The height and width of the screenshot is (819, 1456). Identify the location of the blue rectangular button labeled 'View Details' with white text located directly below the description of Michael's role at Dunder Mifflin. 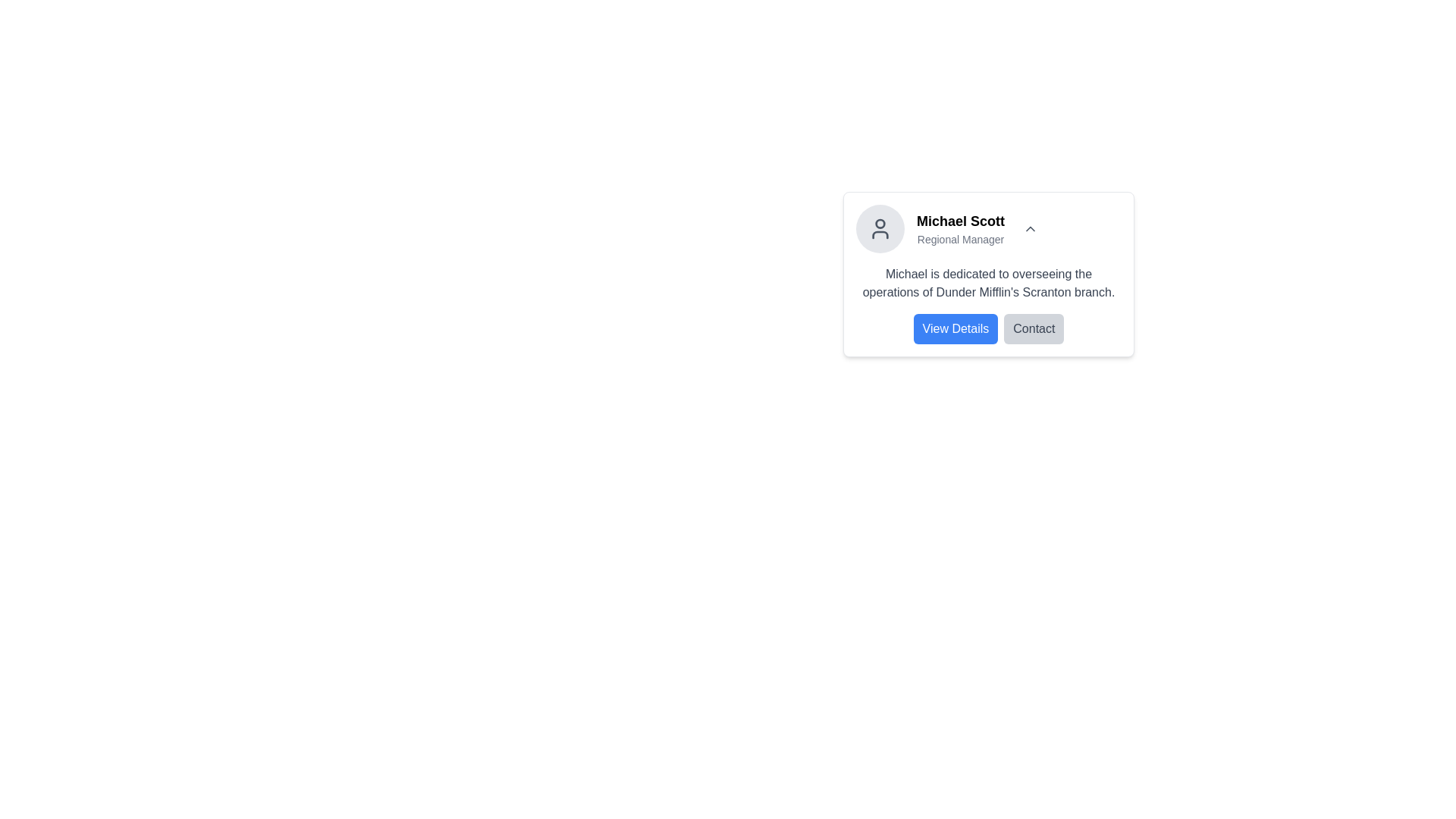
(989, 328).